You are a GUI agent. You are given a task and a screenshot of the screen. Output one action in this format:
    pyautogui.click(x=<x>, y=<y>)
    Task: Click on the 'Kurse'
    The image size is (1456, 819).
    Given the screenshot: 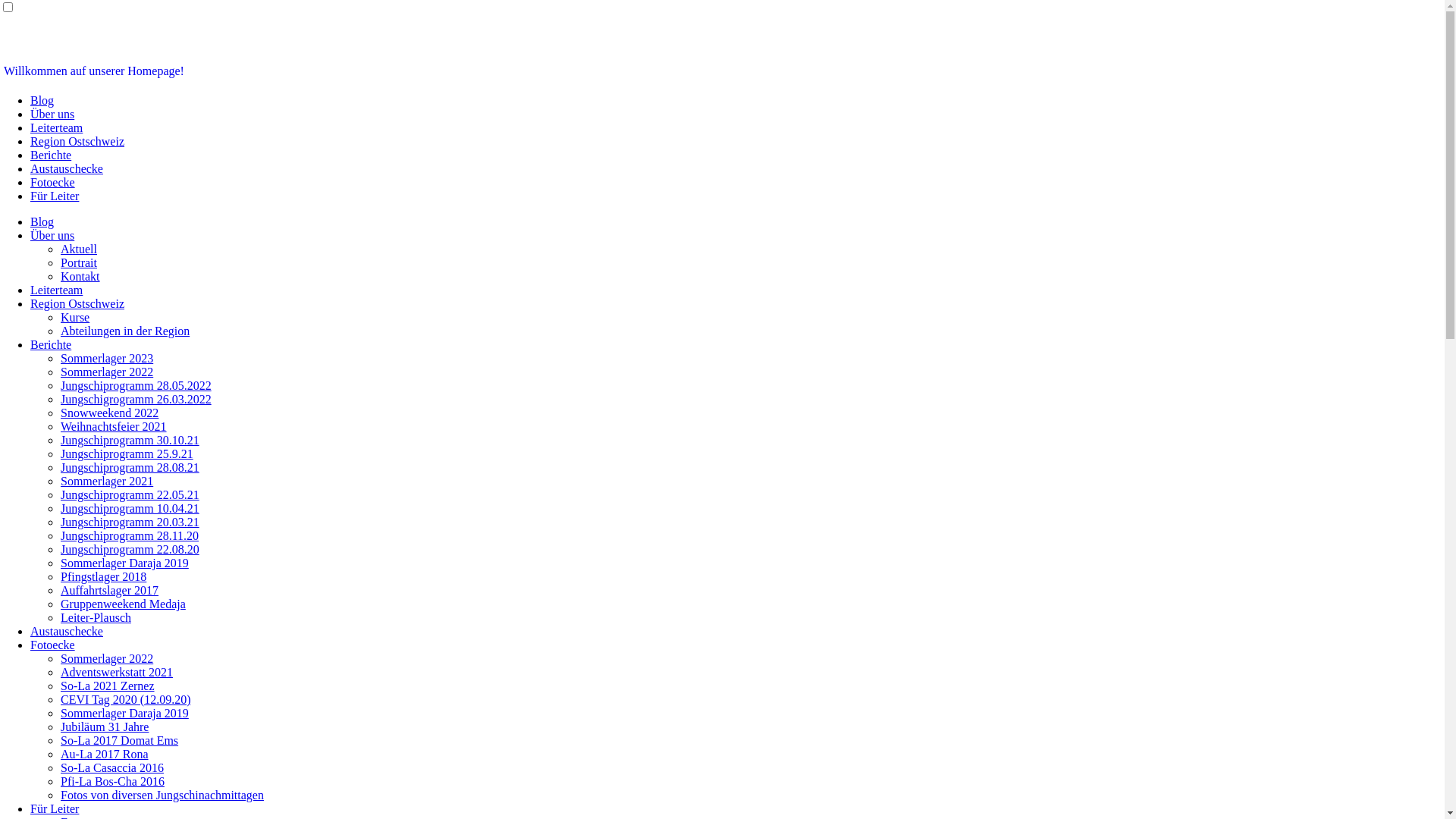 What is the action you would take?
    pyautogui.click(x=74, y=316)
    